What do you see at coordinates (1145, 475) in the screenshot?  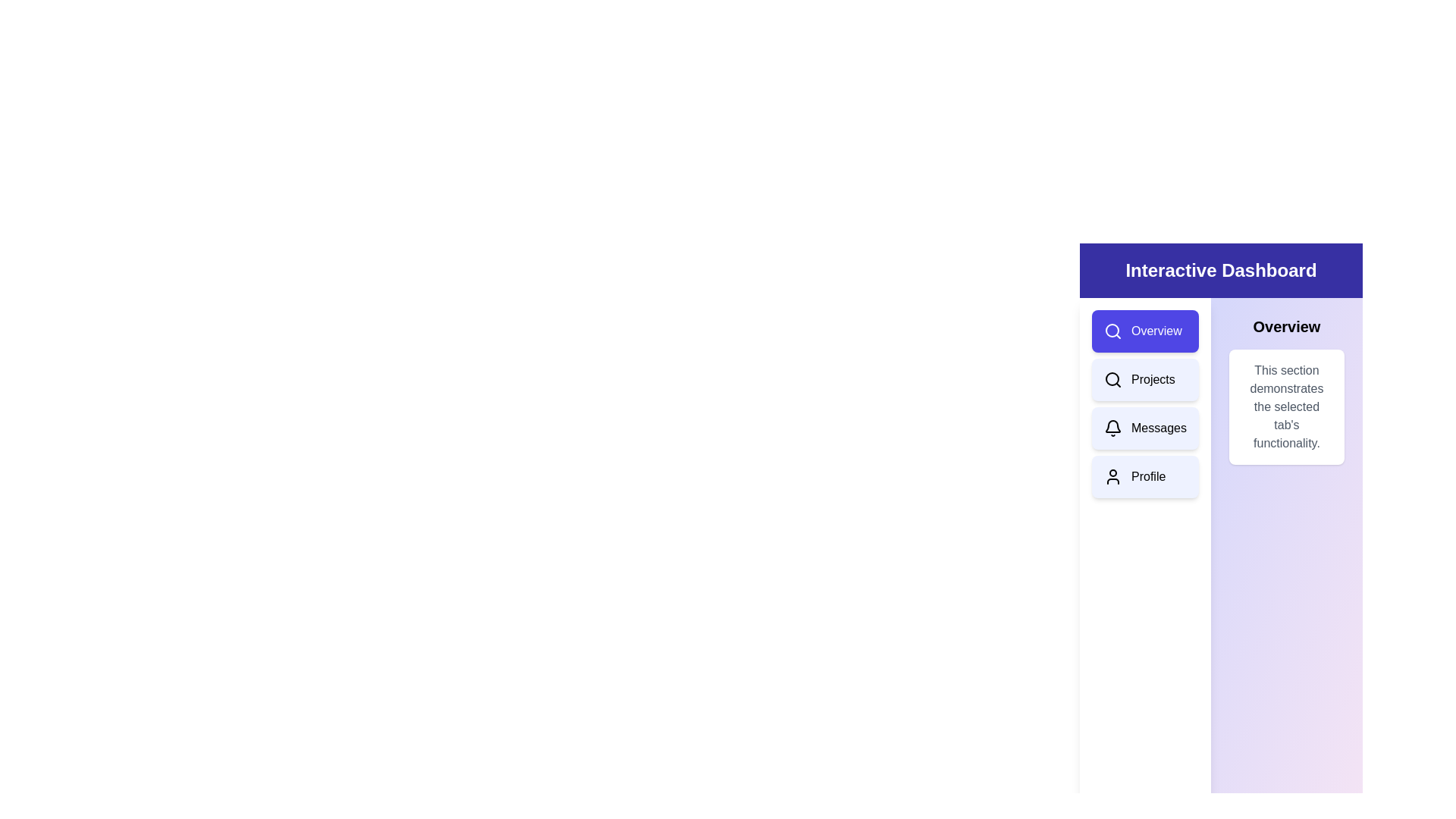 I see `the fourth button in the vertical list of menu buttons located in the left sidebar` at bounding box center [1145, 475].